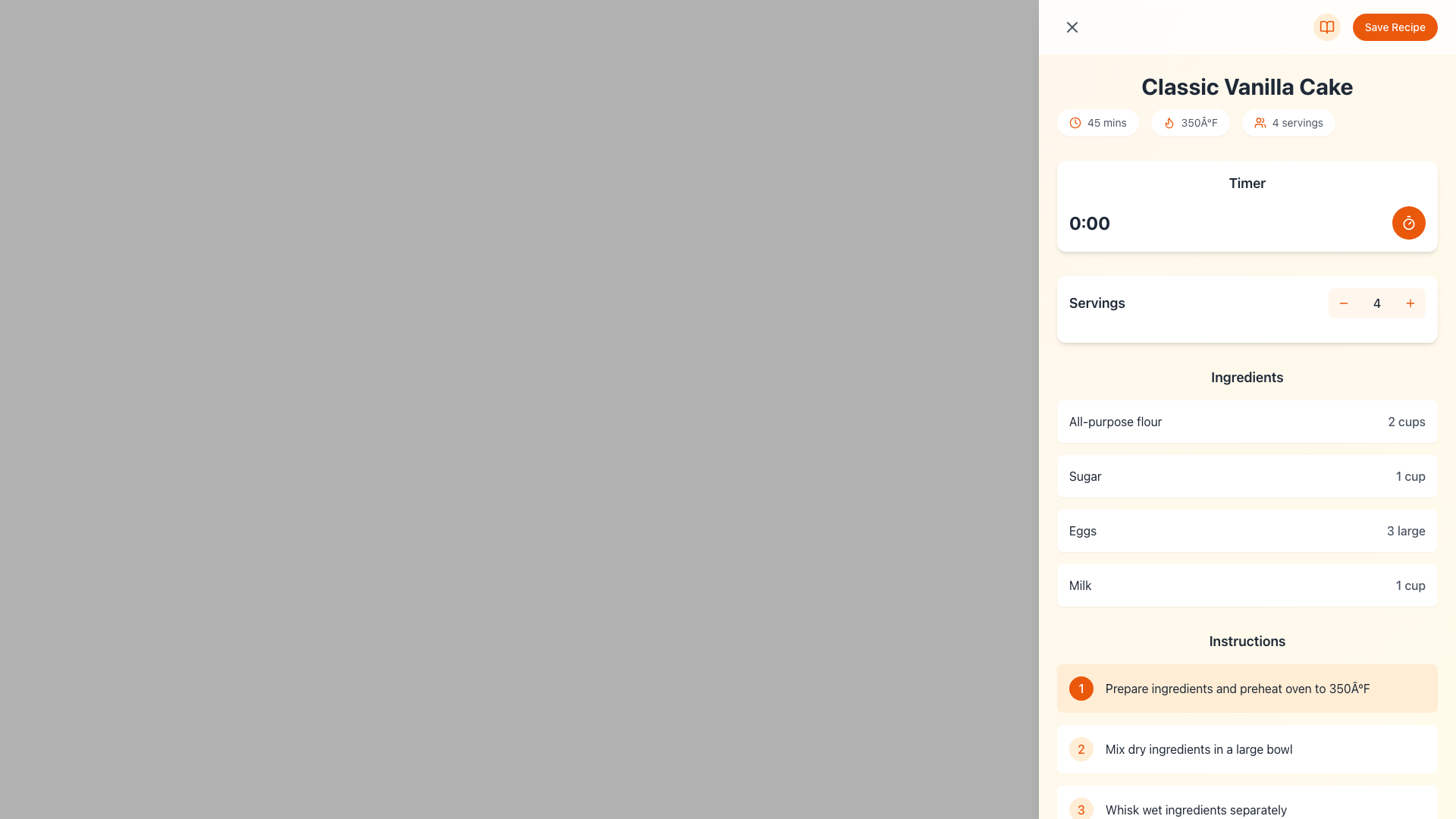 This screenshot has height=819, width=1456. I want to click on the Text label that specifies the quantity and size of eggs needed for the recipe, positioned to the right of the 'Eggs' label in the ingredients section, so click(1405, 529).